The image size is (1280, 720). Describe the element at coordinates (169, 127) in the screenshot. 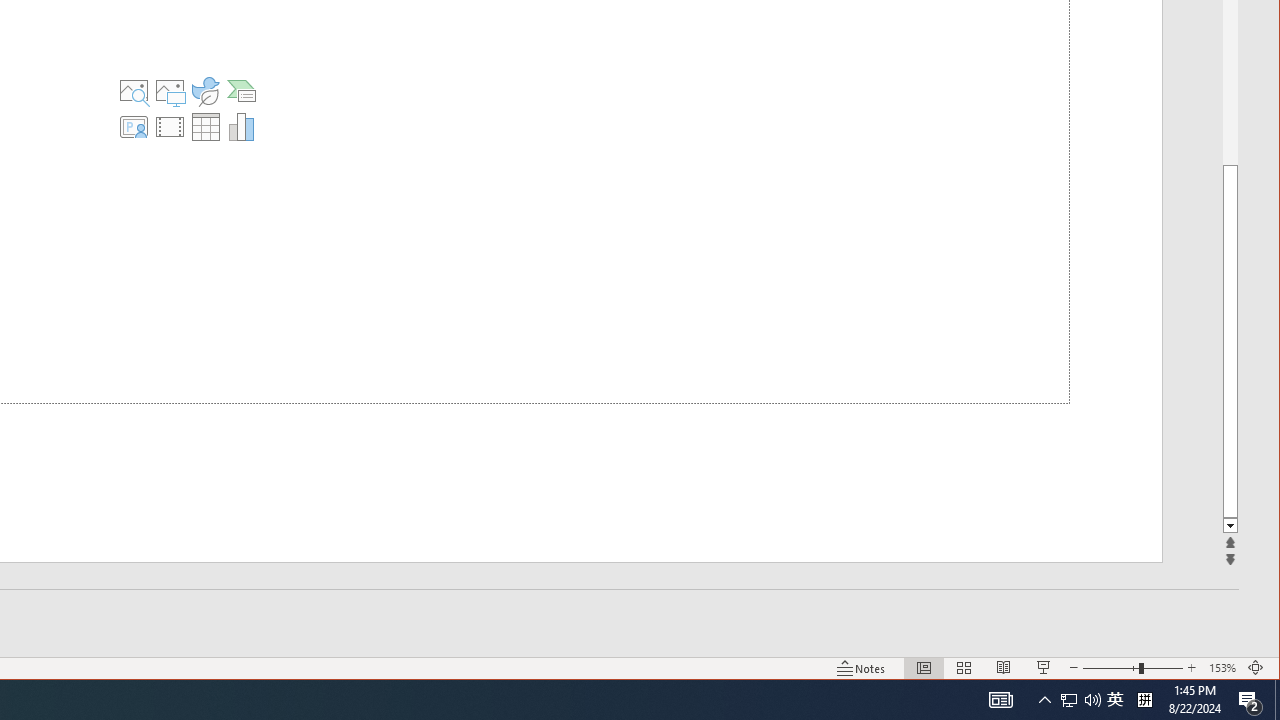

I see `'Insert Video'` at that location.